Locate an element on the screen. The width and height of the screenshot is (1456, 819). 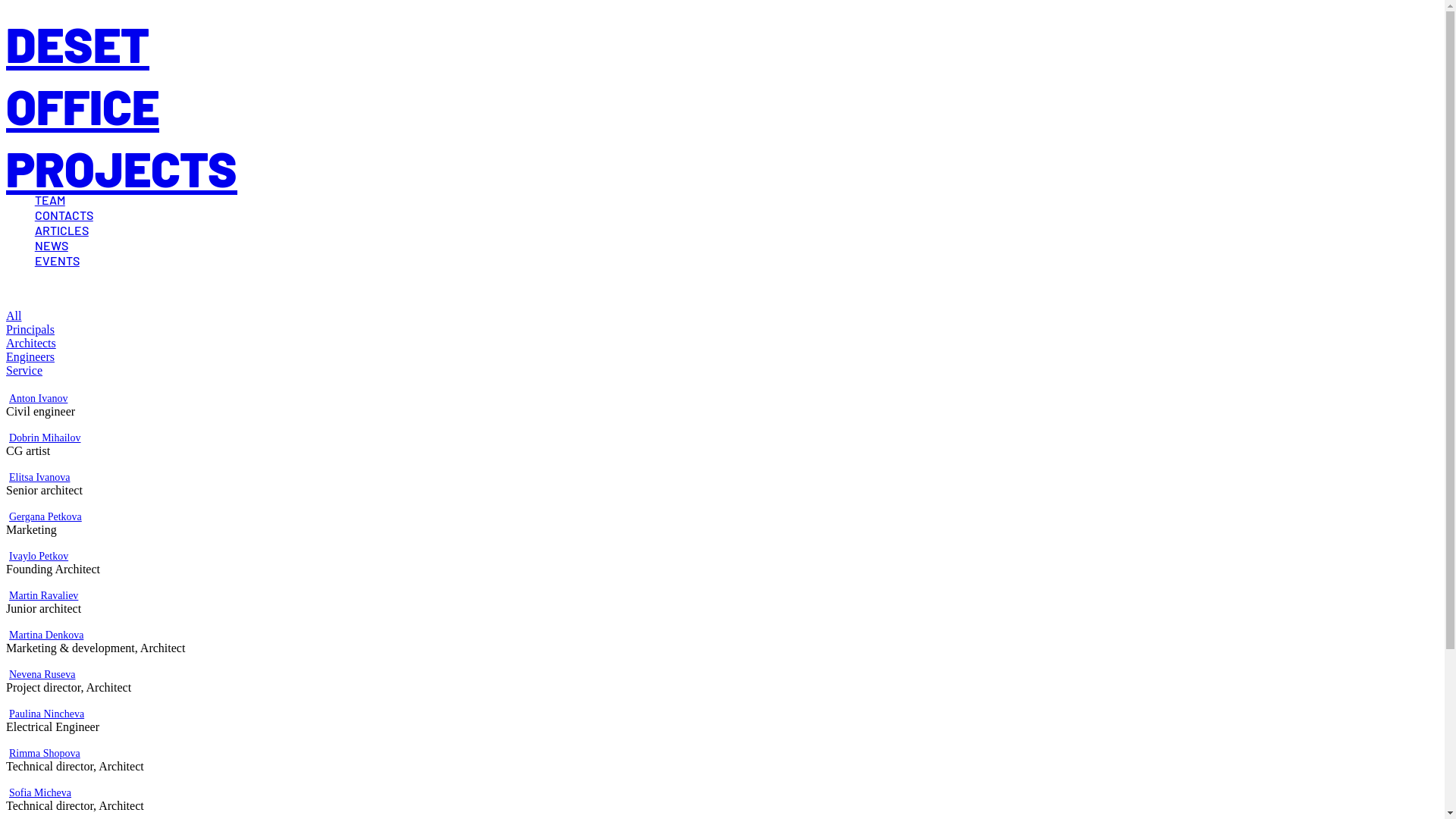
'Gergana Petkova' is located at coordinates (45, 516).